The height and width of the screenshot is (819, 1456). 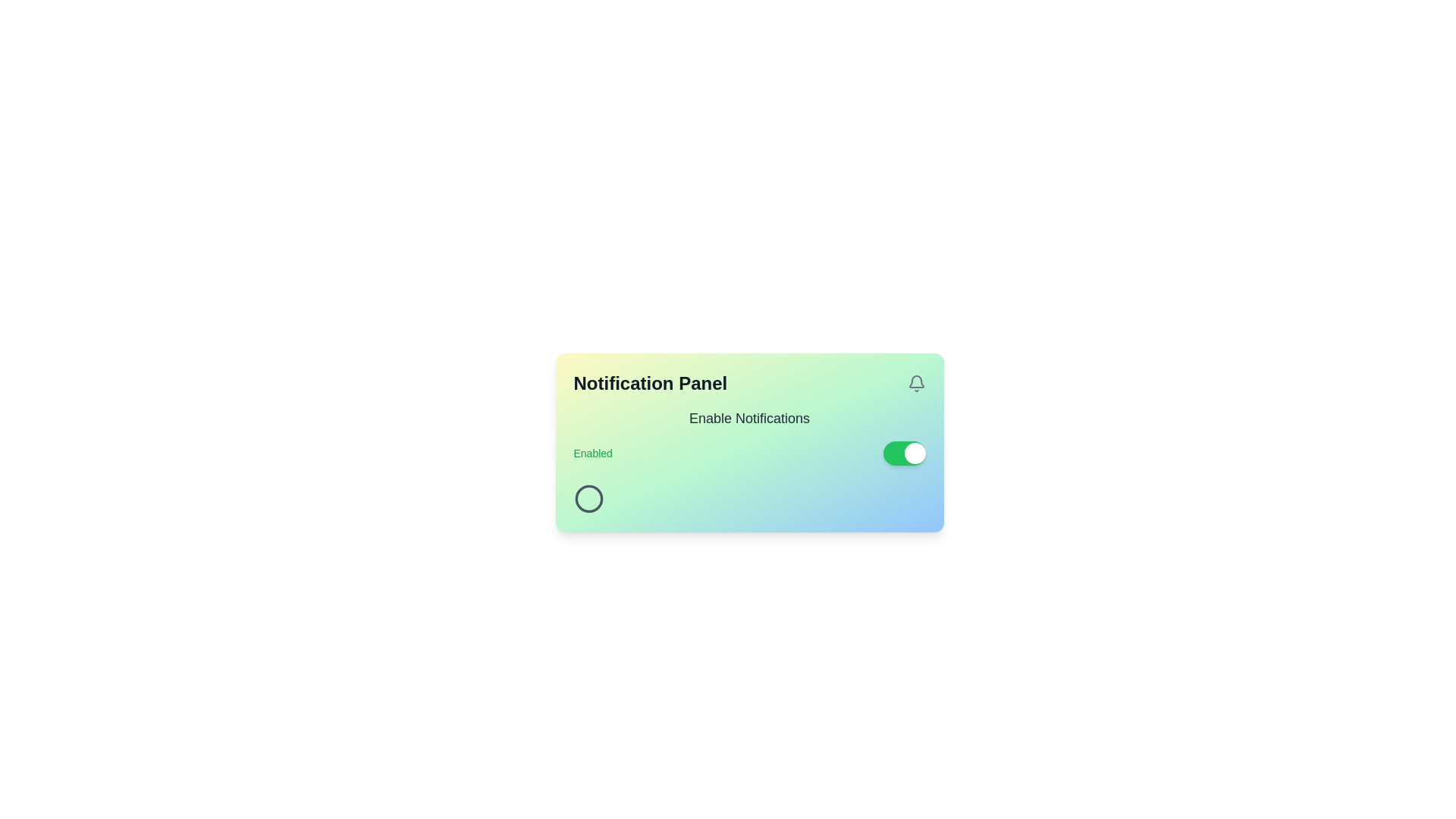 What do you see at coordinates (915, 382) in the screenshot?
I see `the bell-shaped notification icon located at the top-right corner of the 'Notification Panel', next to the 'Notification Panel' text label` at bounding box center [915, 382].